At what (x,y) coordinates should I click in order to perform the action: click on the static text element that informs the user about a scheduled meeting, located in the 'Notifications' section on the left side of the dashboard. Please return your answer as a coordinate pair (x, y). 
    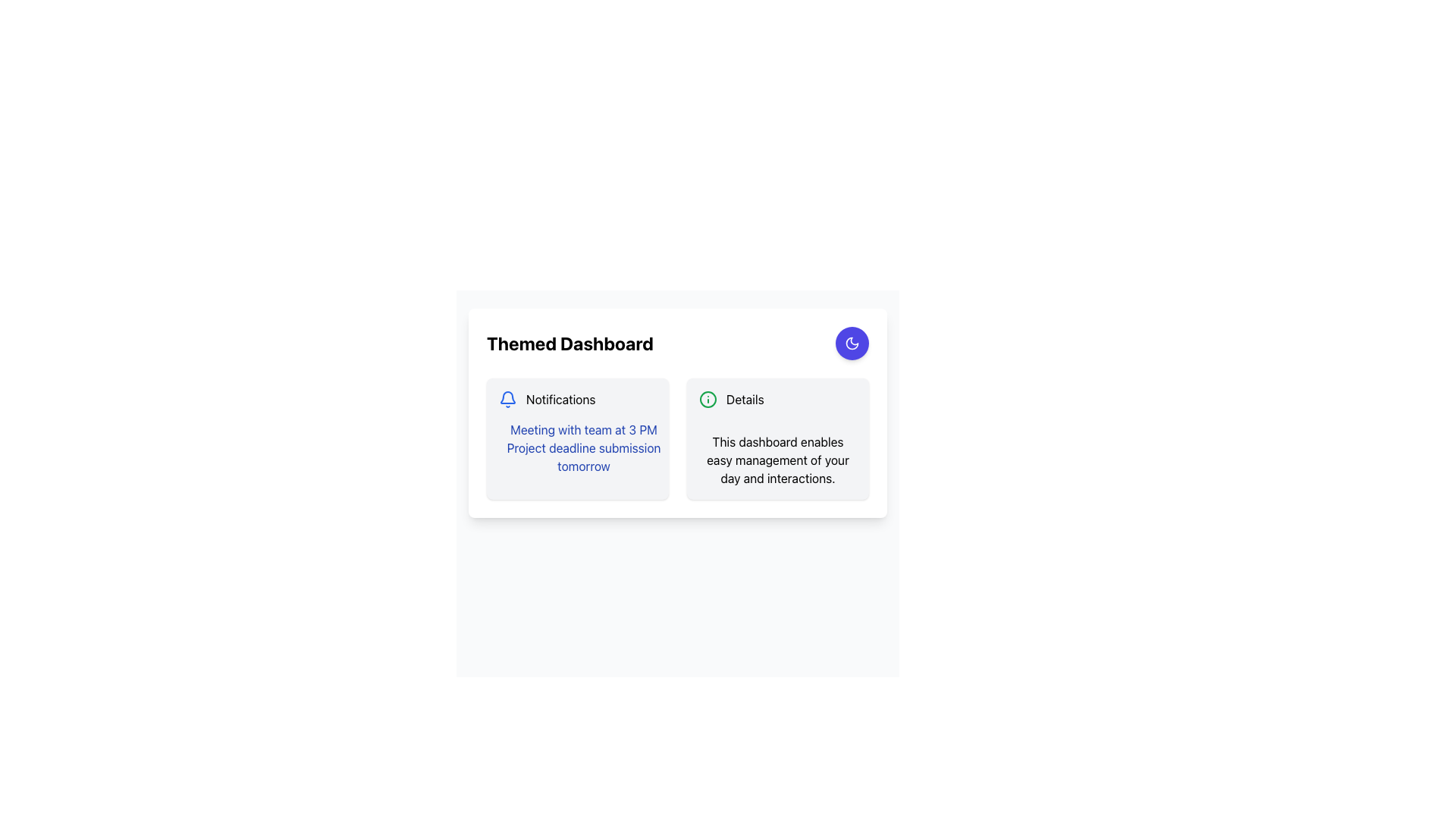
    Looking at the image, I should click on (582, 430).